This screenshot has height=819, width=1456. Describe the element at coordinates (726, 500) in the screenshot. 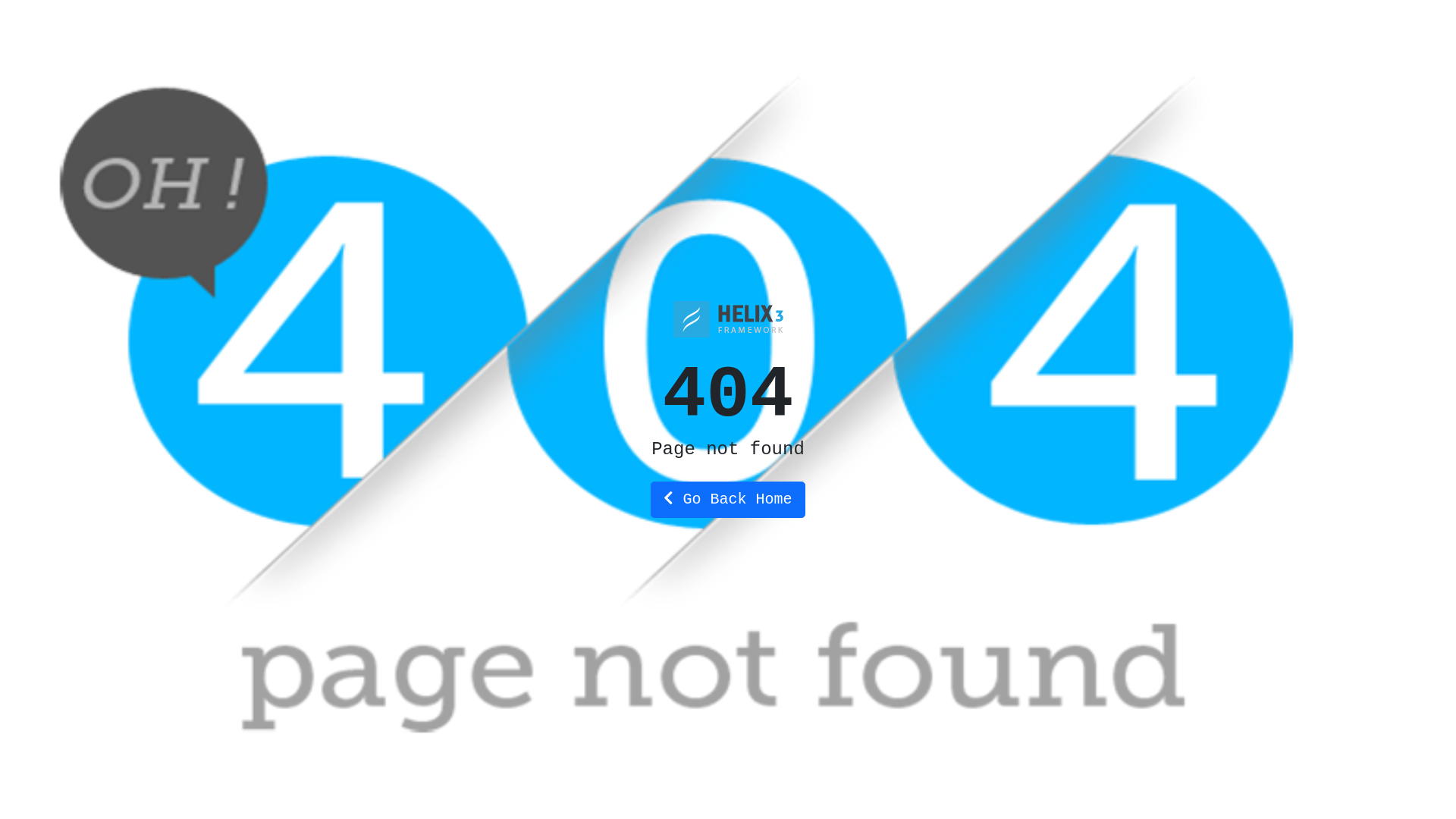

I see `'Go Back Home'` at that location.